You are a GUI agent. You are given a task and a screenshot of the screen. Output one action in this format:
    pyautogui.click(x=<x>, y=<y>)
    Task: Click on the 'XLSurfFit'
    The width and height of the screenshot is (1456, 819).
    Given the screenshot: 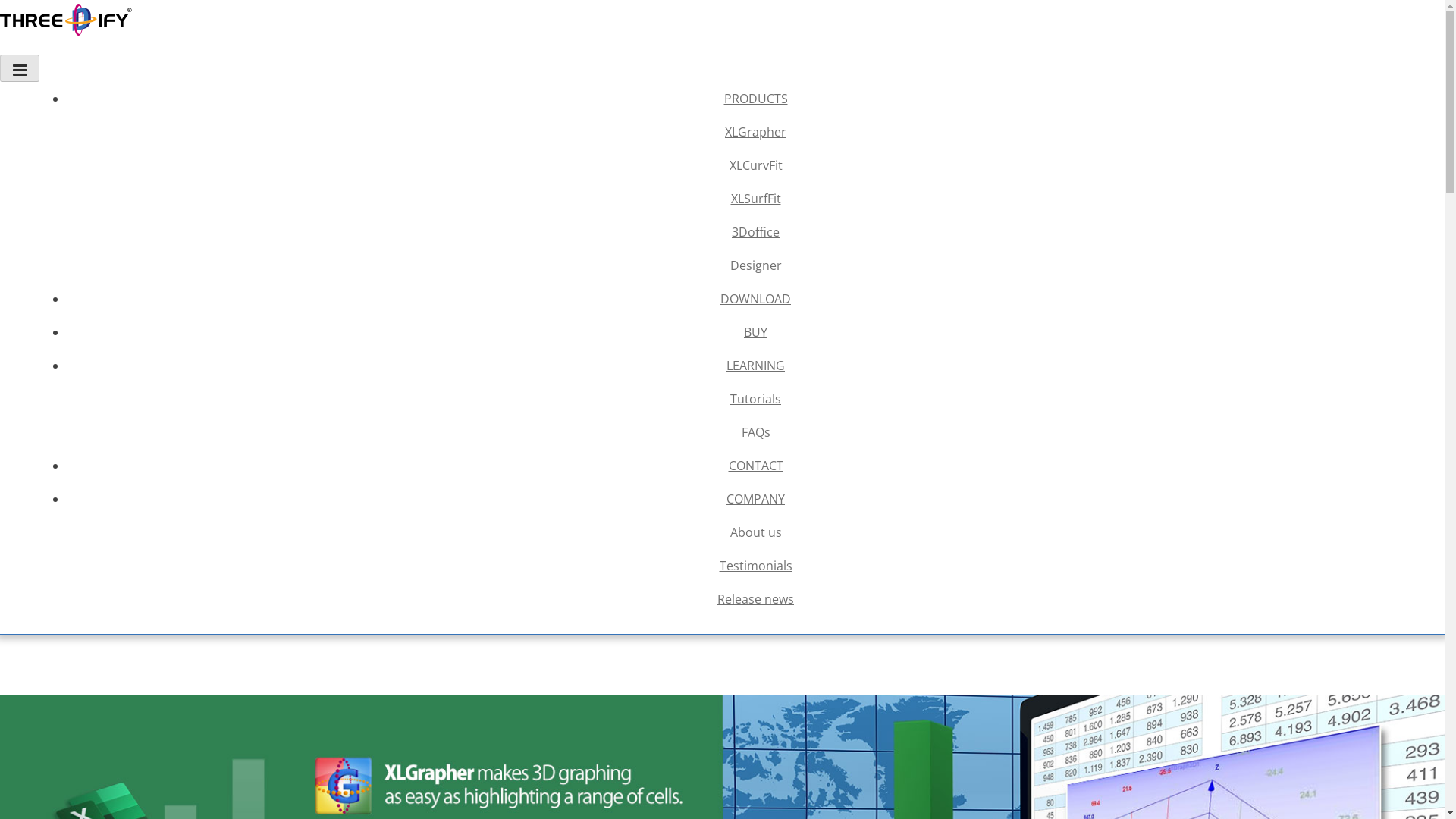 What is the action you would take?
    pyautogui.click(x=755, y=198)
    